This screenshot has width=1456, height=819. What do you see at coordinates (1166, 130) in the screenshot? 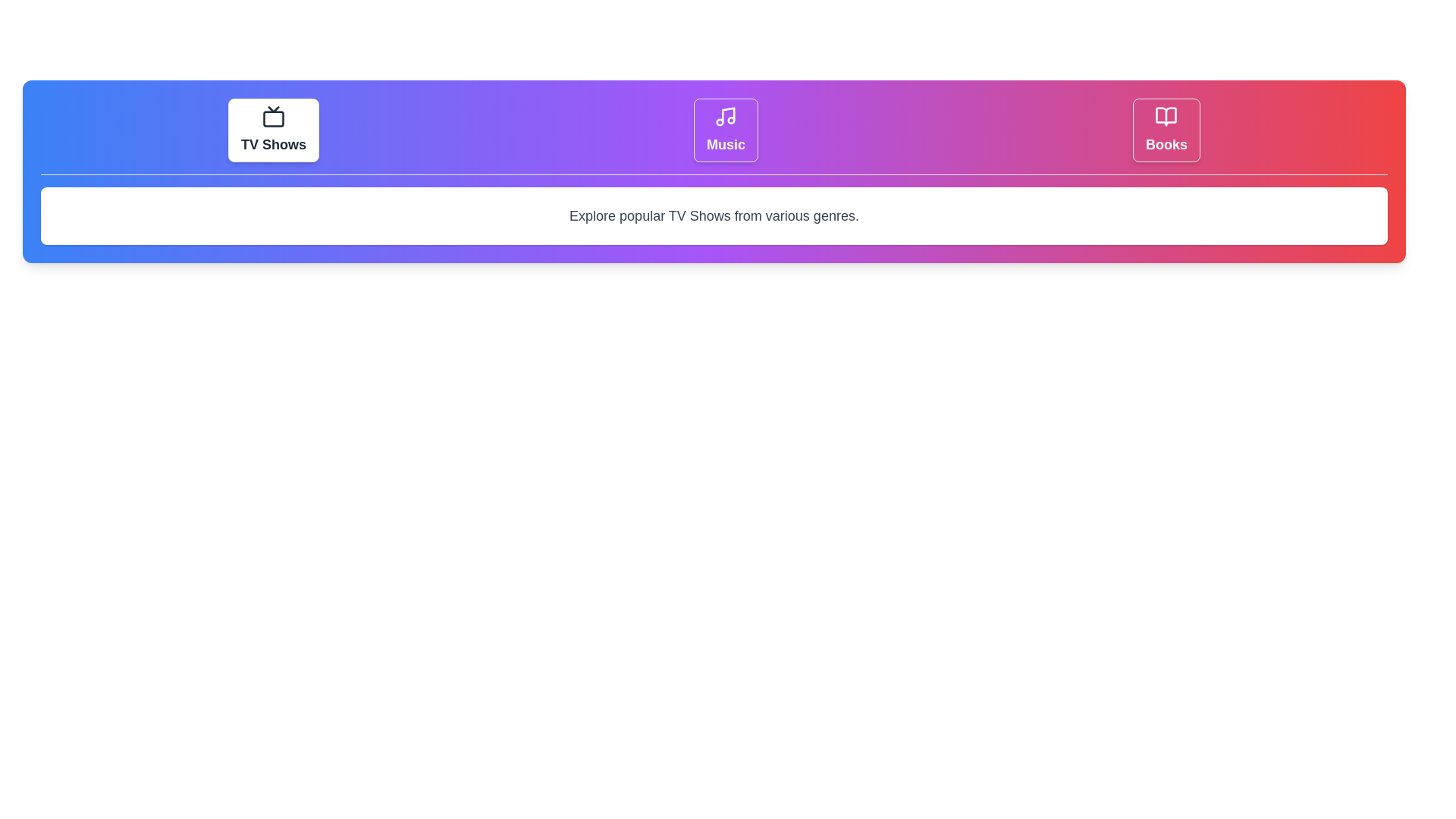
I see `the tab labeled Books` at bounding box center [1166, 130].